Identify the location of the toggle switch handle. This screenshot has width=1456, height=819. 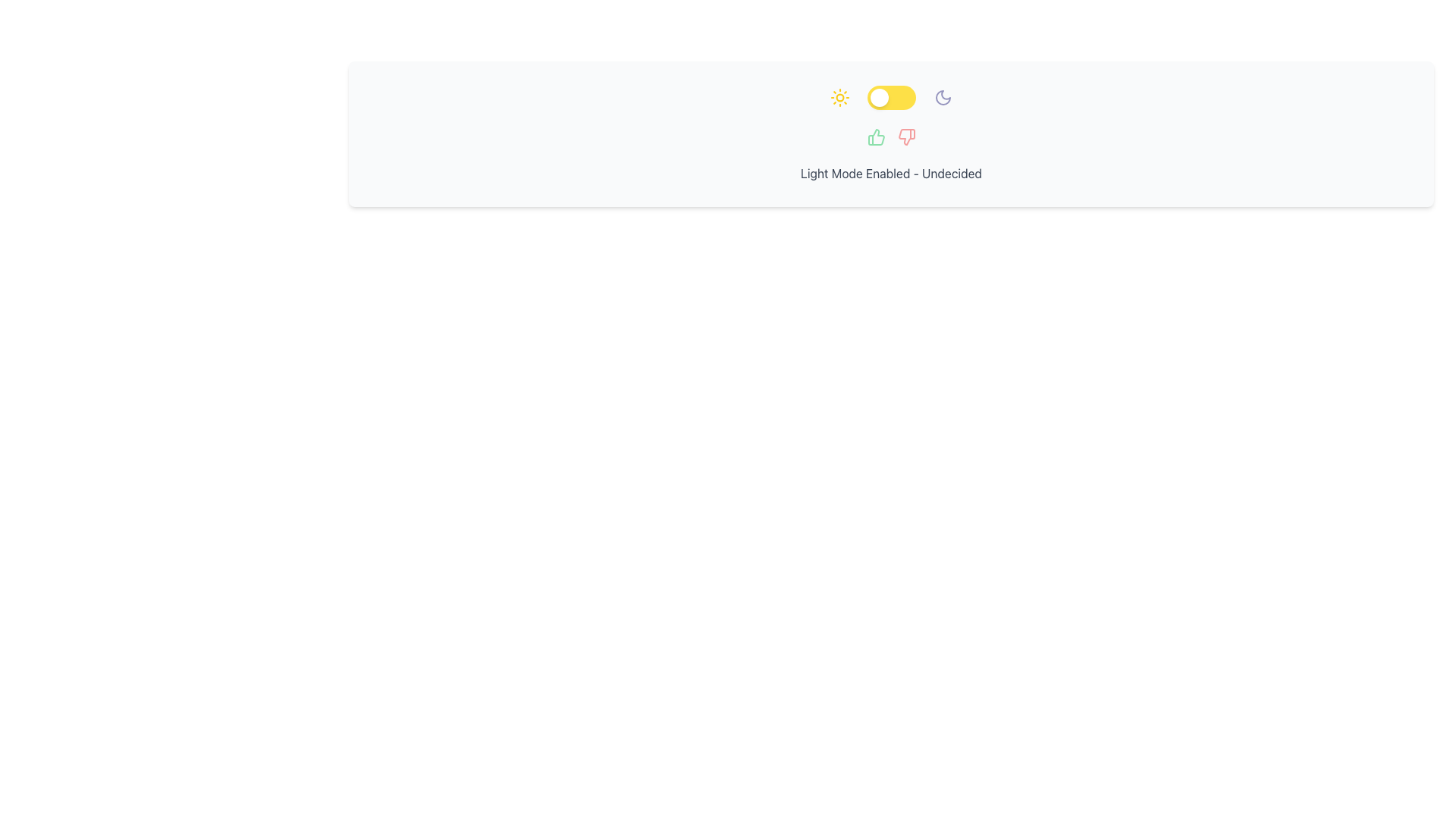
(879, 97).